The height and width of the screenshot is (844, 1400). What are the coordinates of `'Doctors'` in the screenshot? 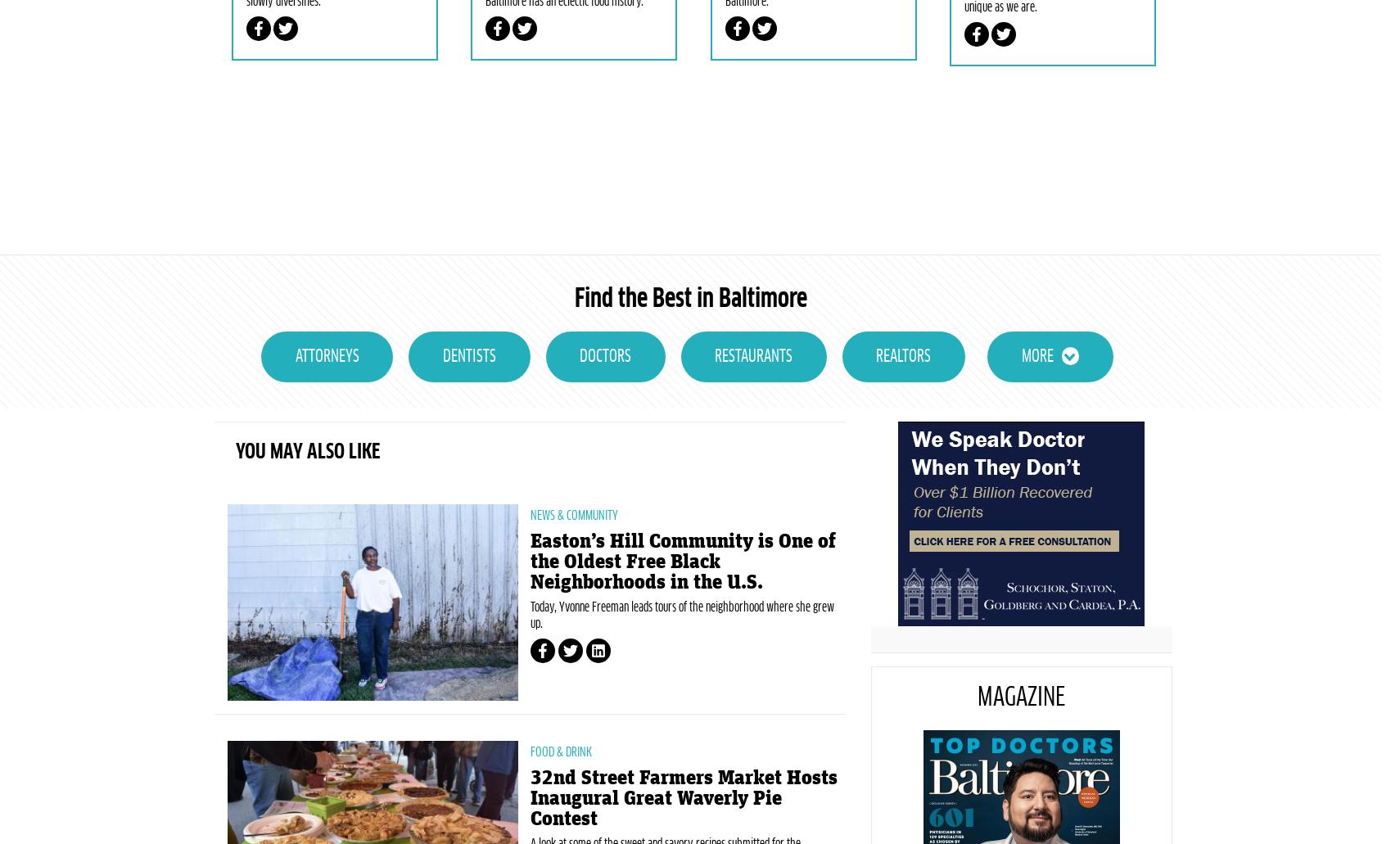 It's located at (605, 433).